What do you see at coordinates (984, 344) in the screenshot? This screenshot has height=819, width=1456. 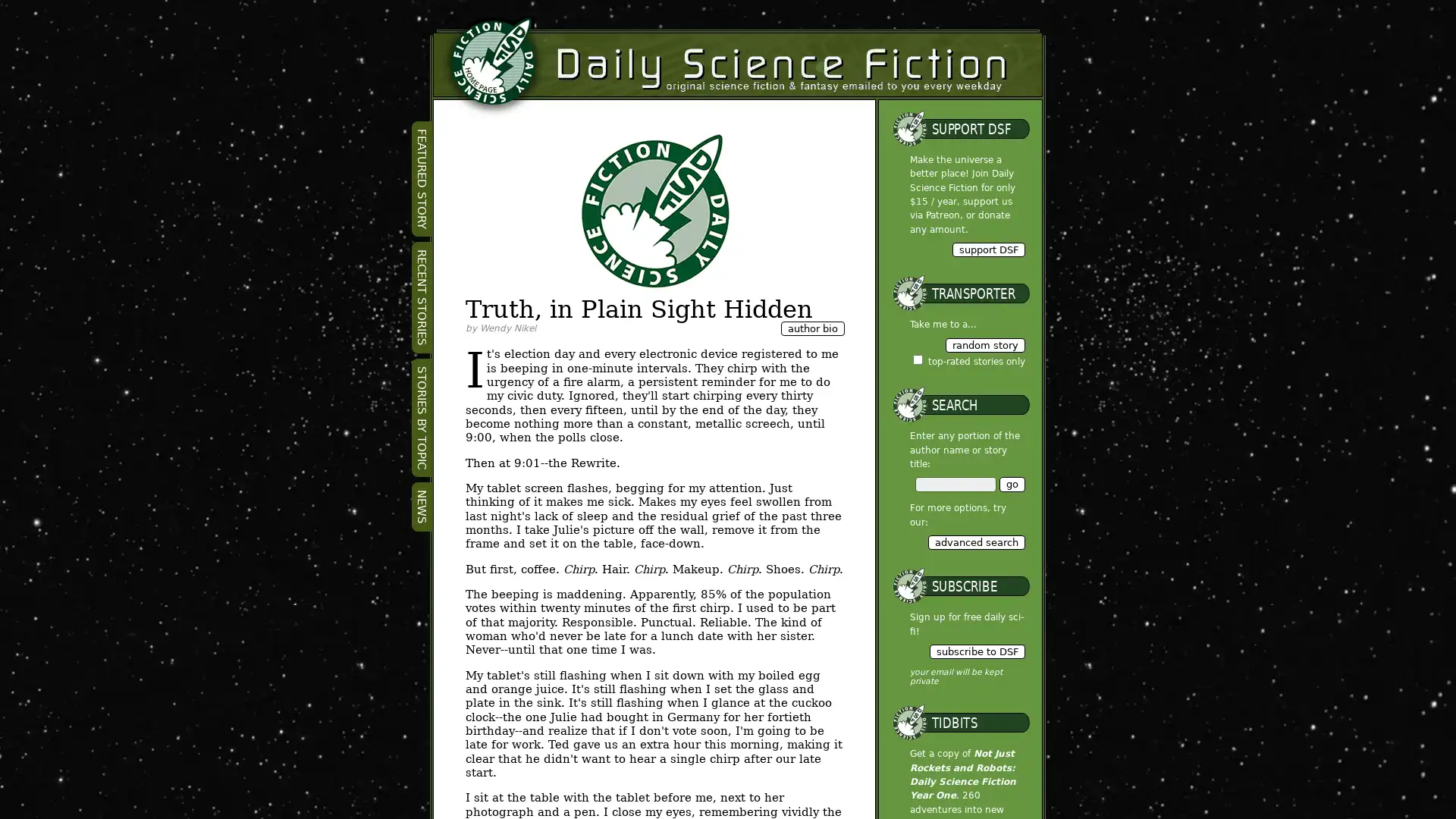 I see `random story` at bounding box center [984, 344].